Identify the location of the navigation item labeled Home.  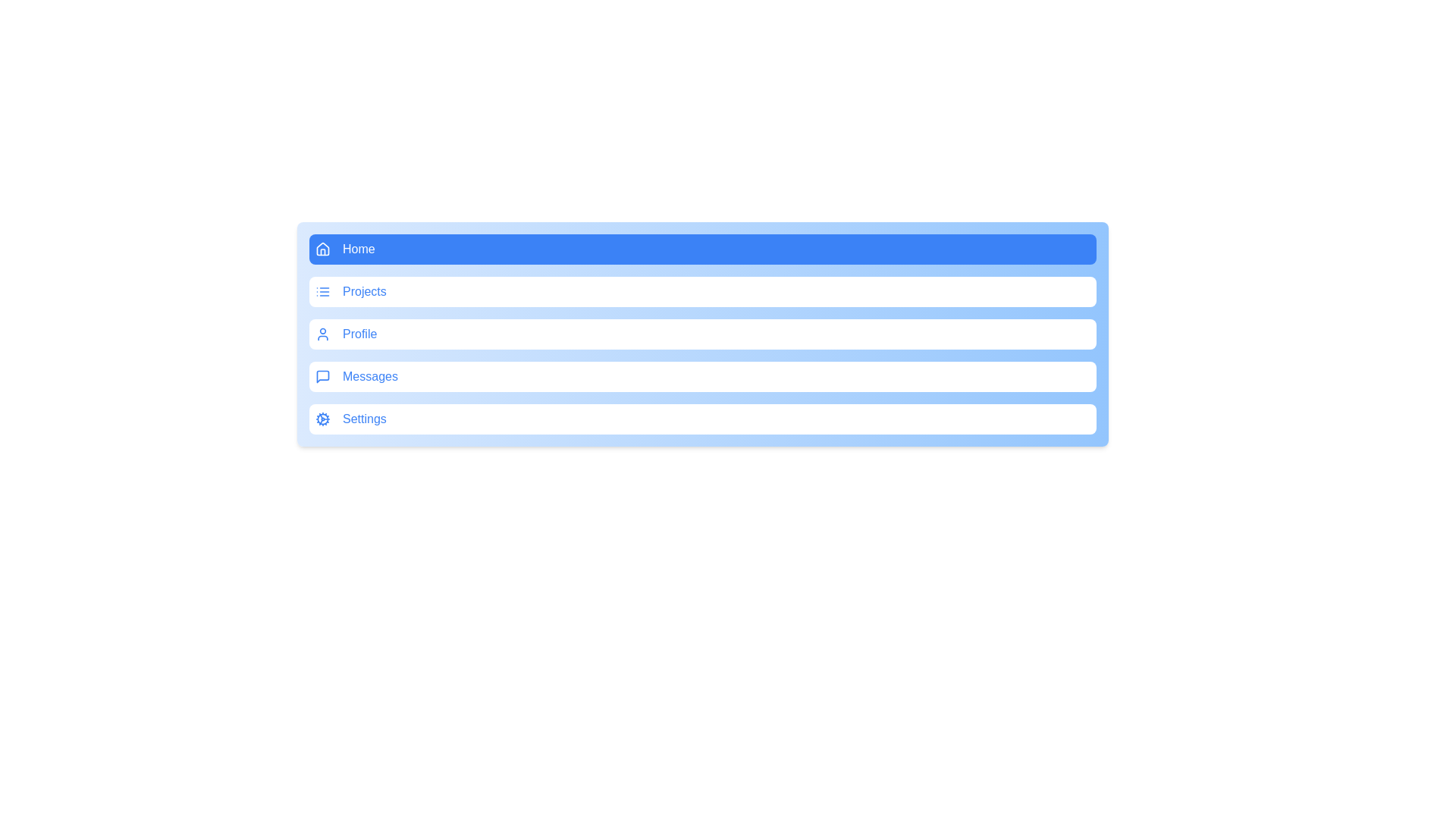
(701, 248).